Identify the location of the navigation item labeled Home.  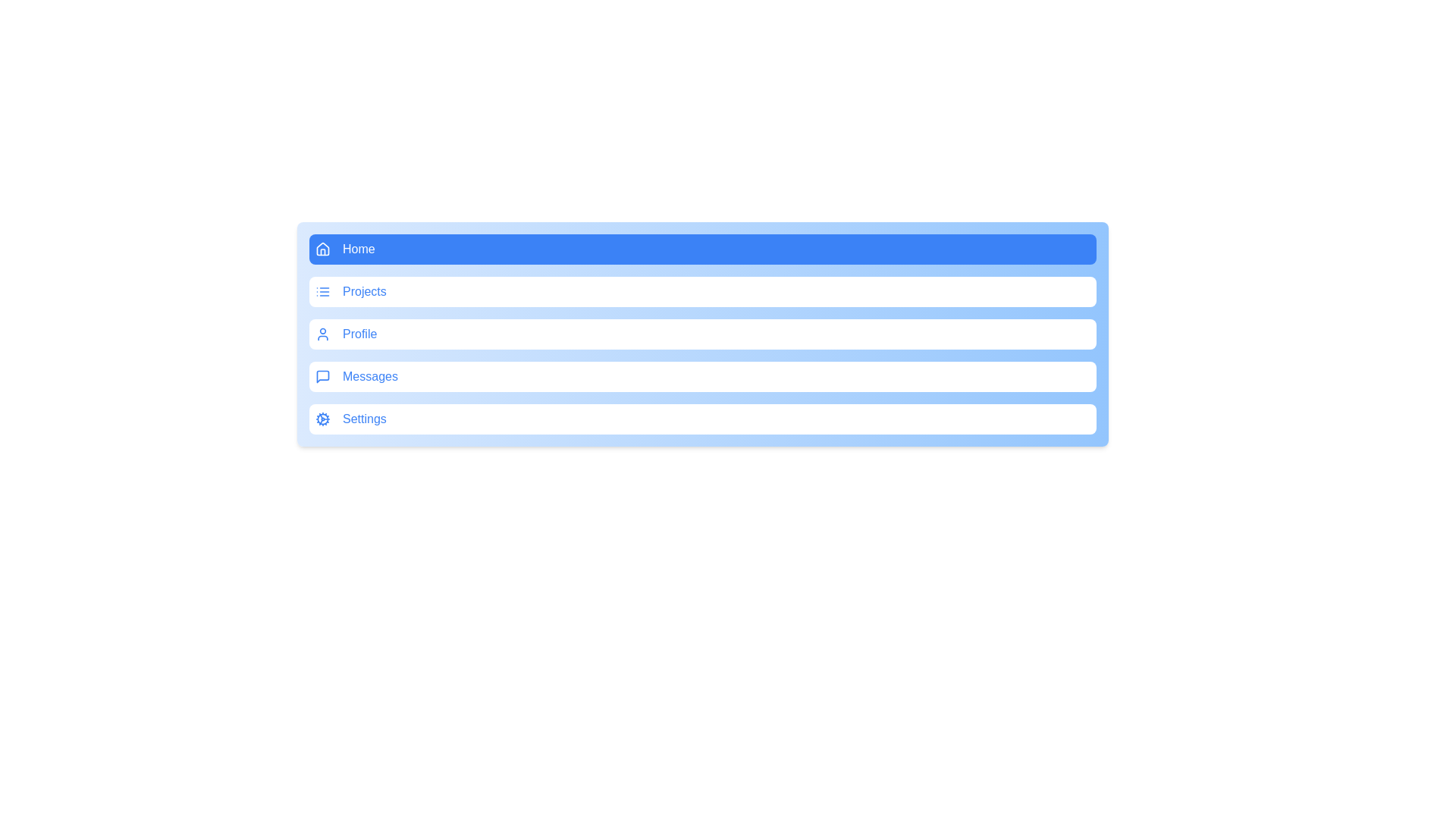
(701, 248).